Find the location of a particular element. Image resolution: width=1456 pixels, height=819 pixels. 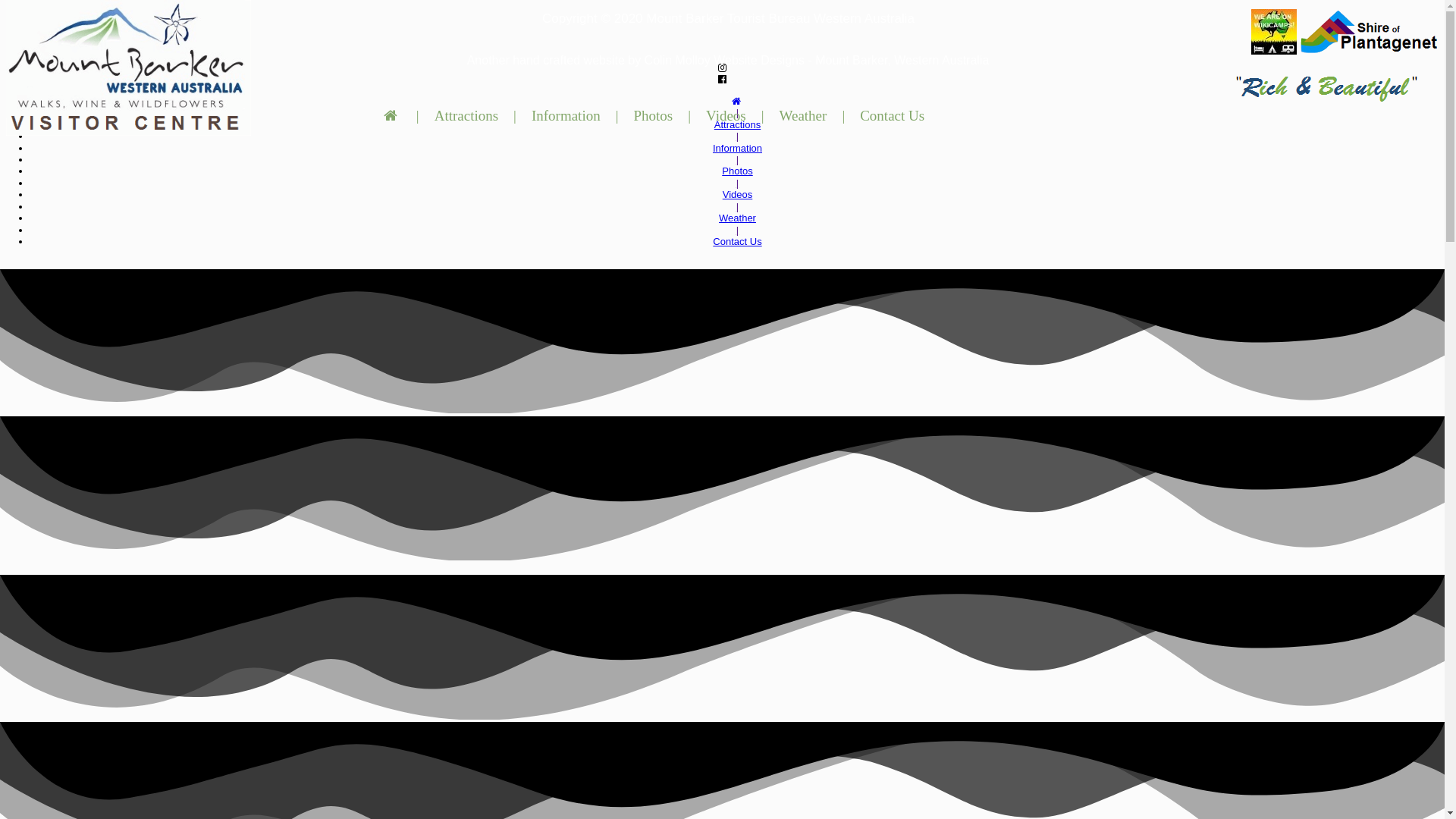

'Videos' is located at coordinates (725, 115).